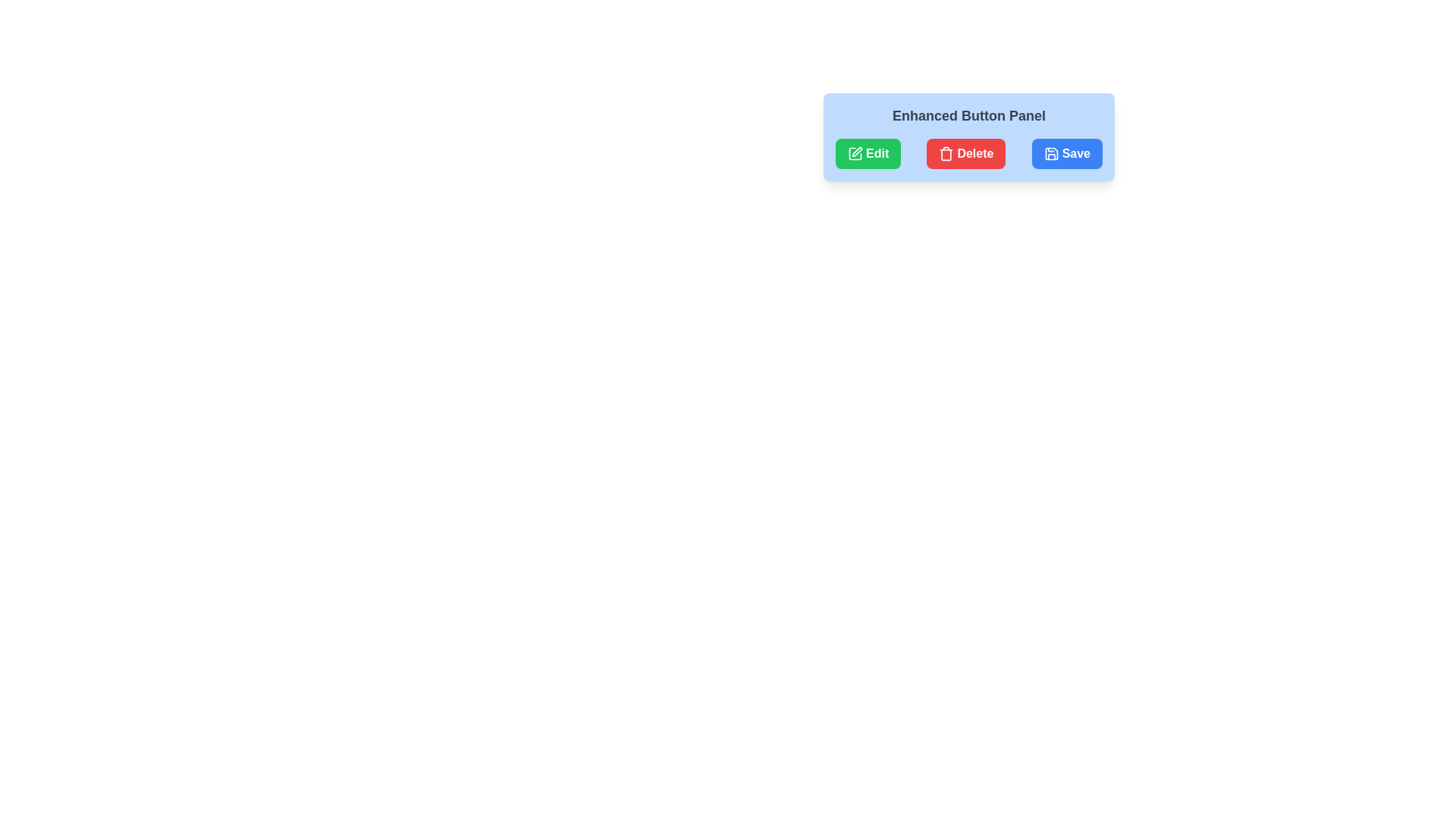 The height and width of the screenshot is (819, 1456). What do you see at coordinates (965, 154) in the screenshot?
I see `the red 'Delete' button with bold white text and a trash can icon` at bounding box center [965, 154].